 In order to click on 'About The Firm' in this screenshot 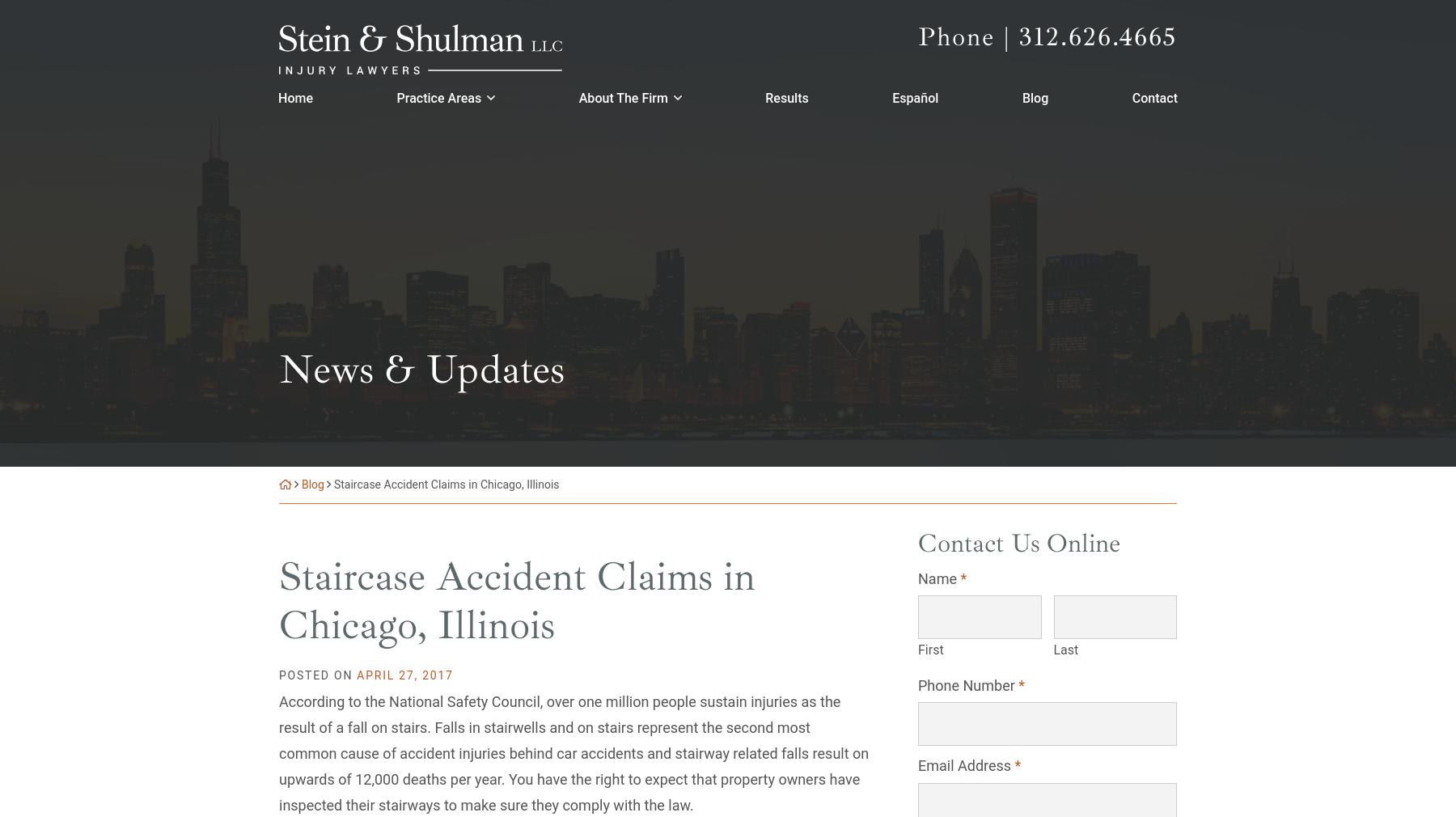, I will do `click(577, 93)`.